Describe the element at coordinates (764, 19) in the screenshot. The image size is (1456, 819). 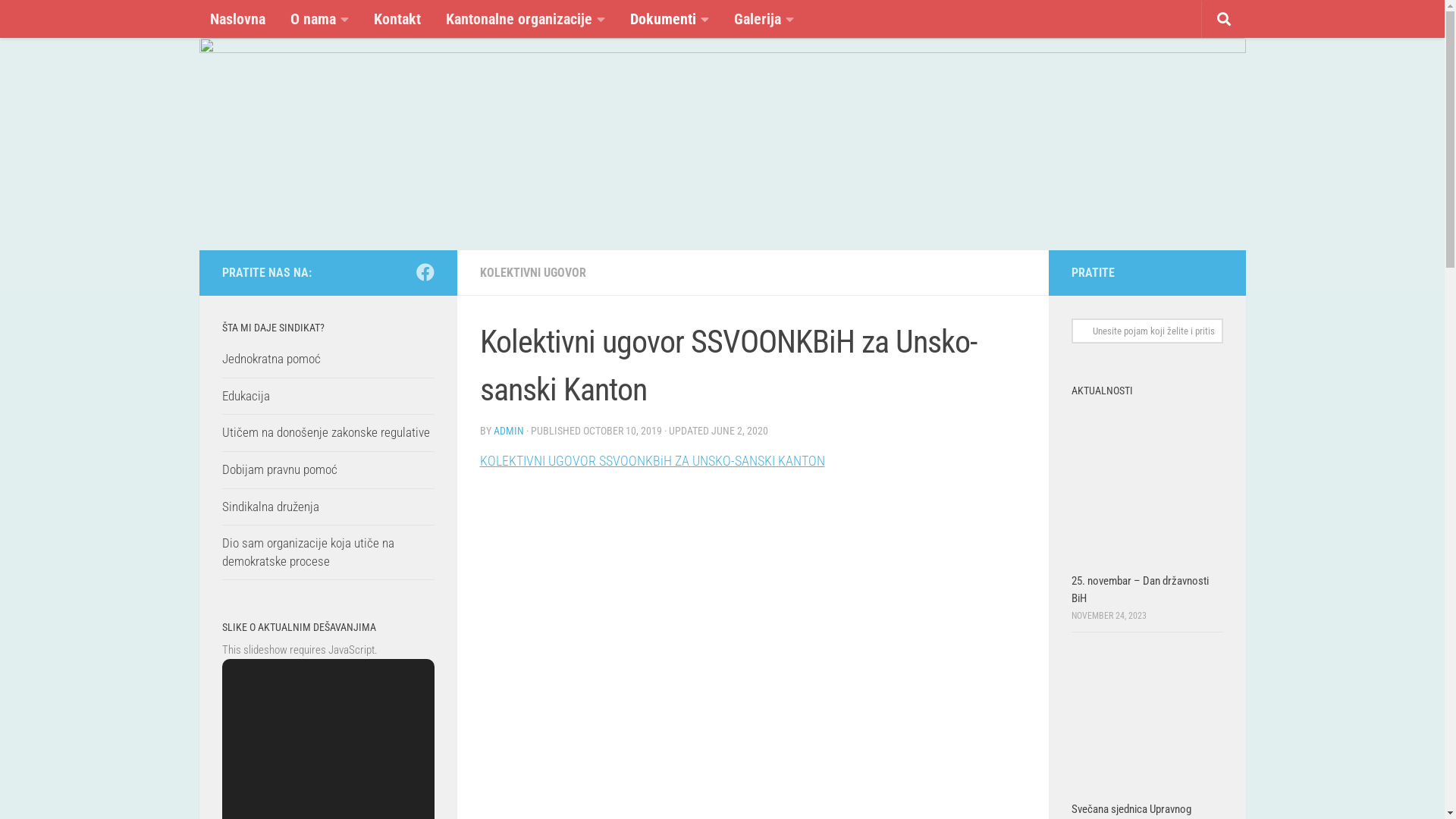
I see `'Galerija'` at that location.